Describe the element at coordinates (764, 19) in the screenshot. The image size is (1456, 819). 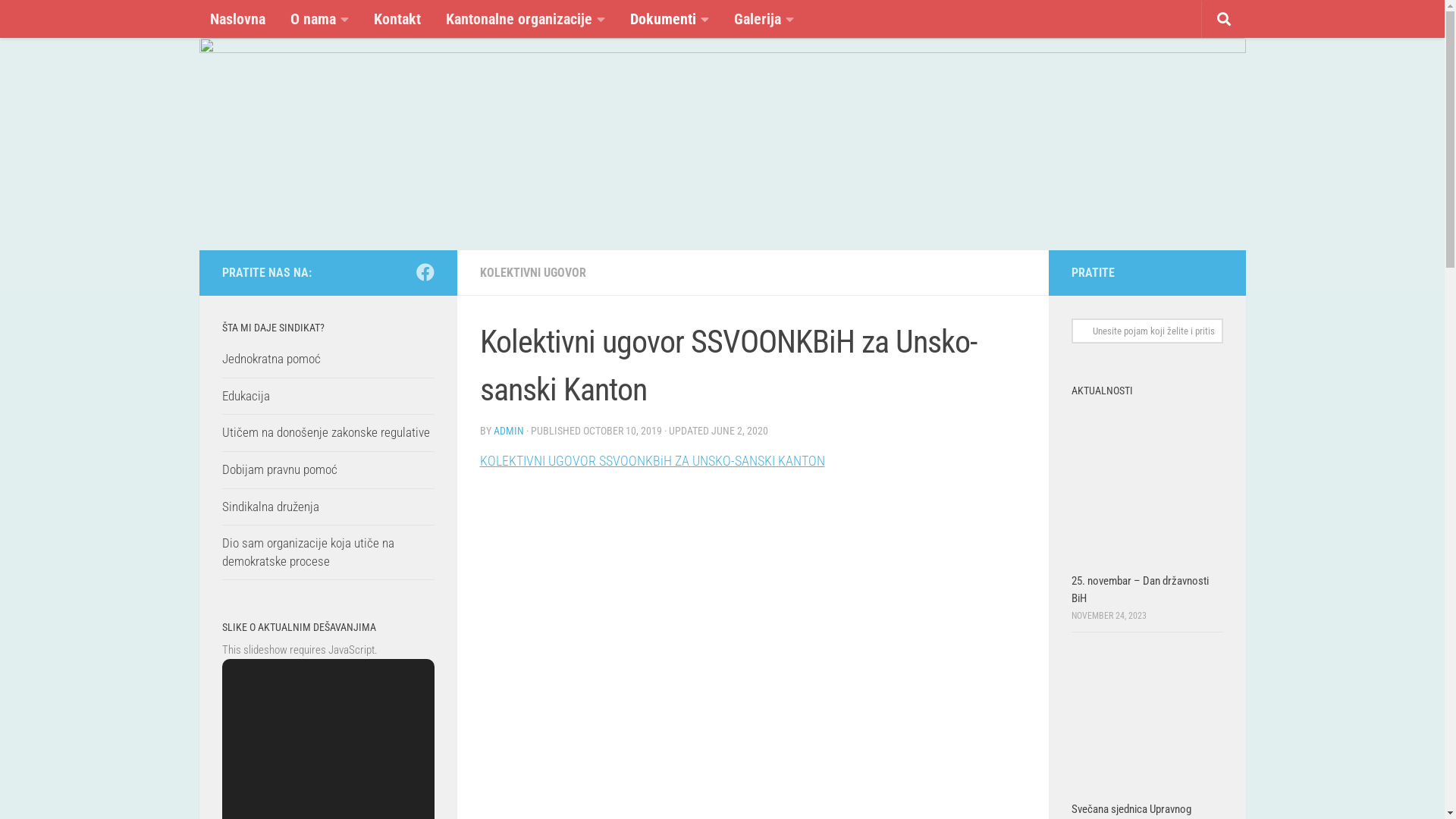
I see `'Galerija'` at that location.